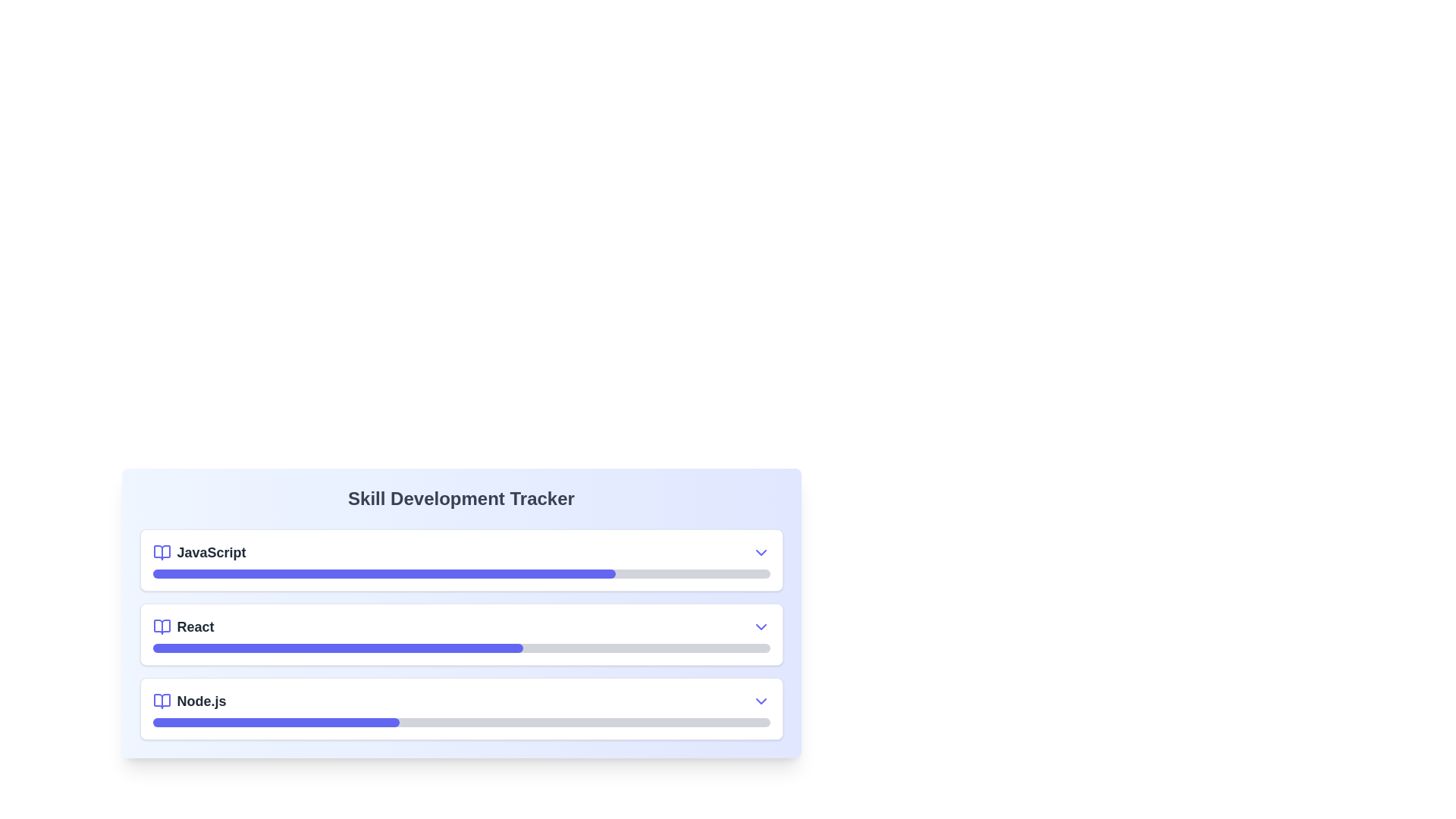 The image size is (1456, 819). I want to click on text of the 'React' skill label, which is the second item in the Skill Development Tracker interface, positioned slightly left of center and right-aligned to a book icon, so click(195, 626).